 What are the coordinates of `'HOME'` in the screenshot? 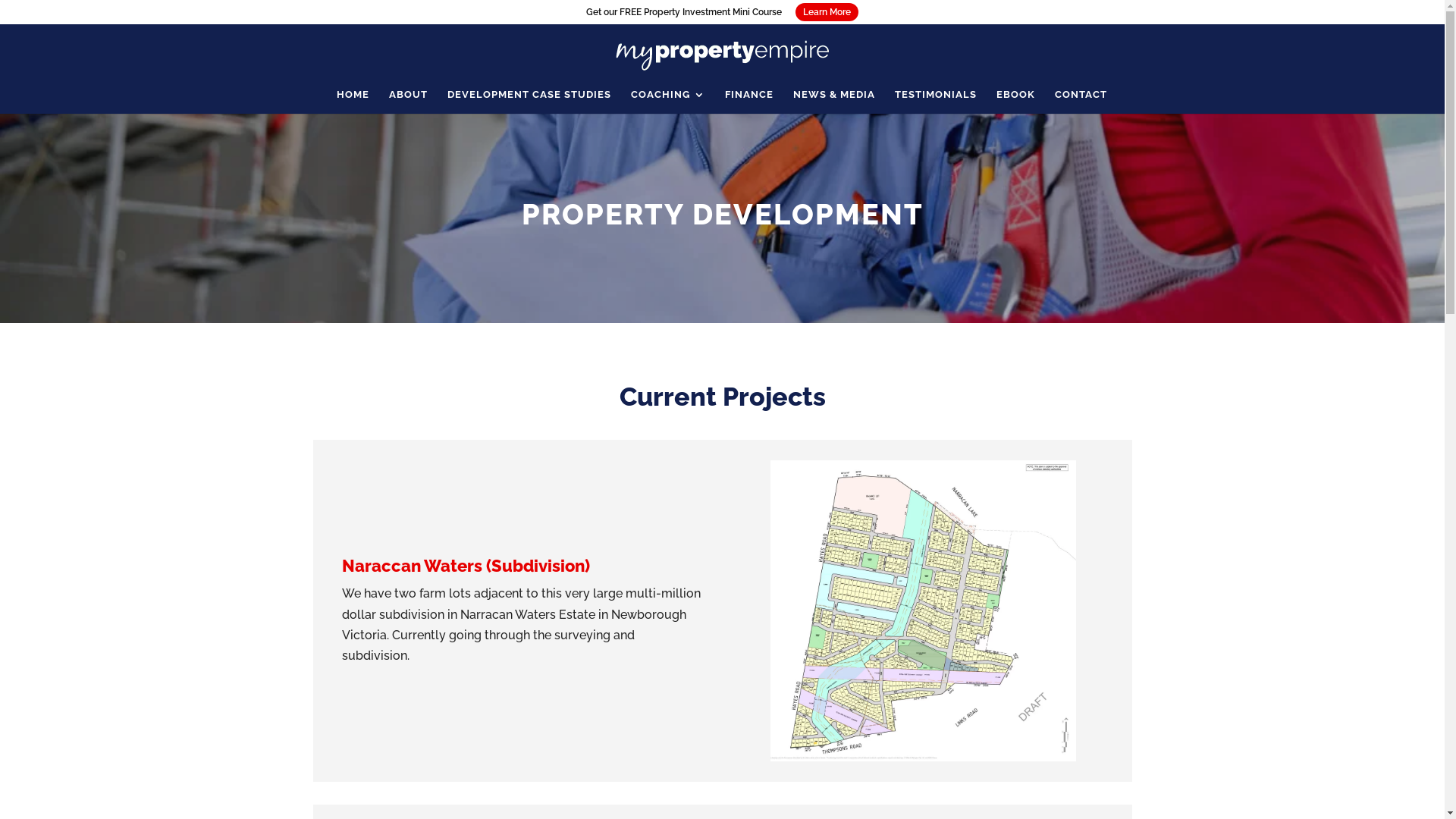 It's located at (352, 102).